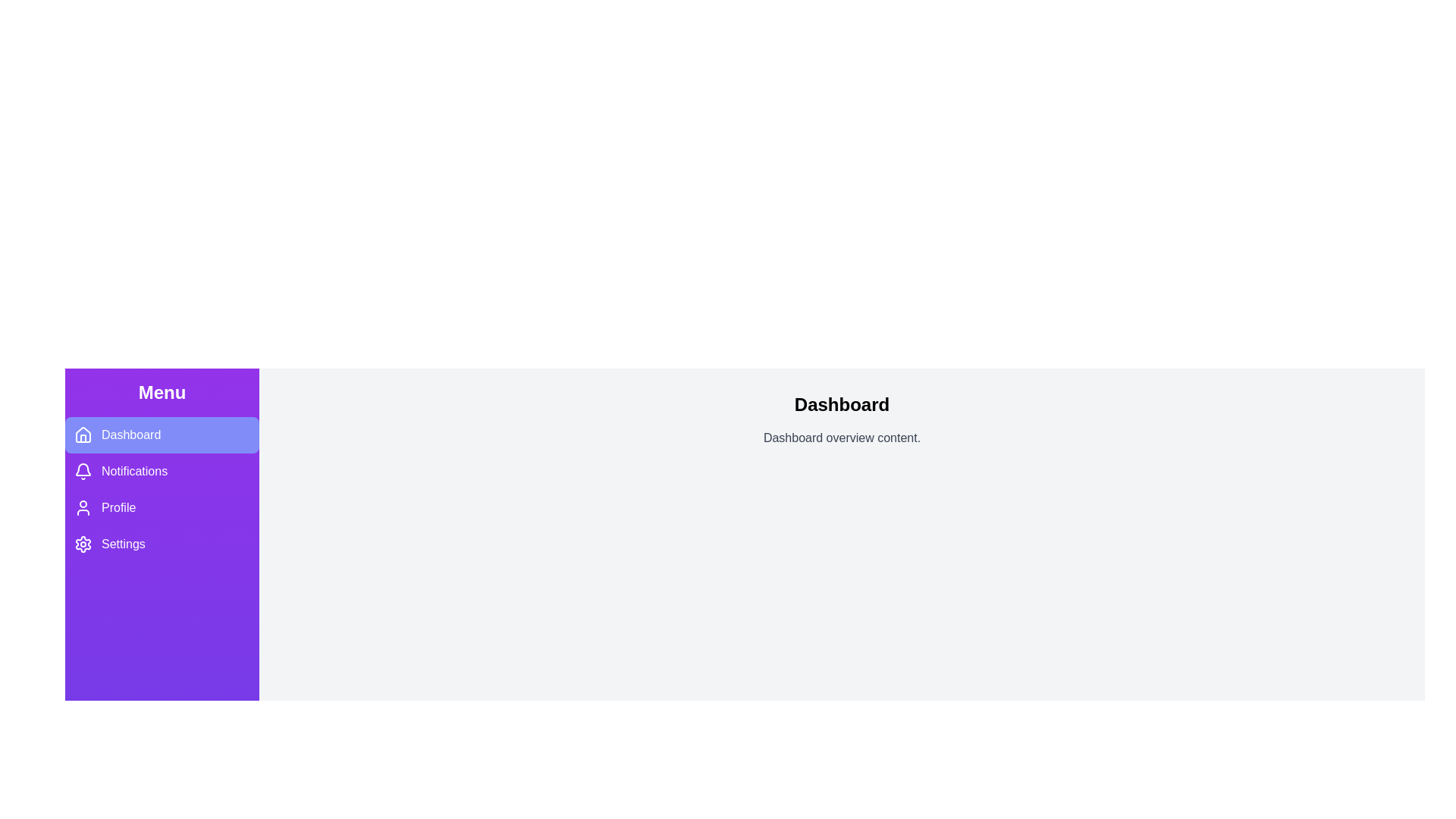 This screenshot has height=819, width=1456. I want to click on the small, house-shaped icon located to the left of the 'Dashboard' text label within the highlighted 'Dashboard' menu entry, so click(83, 435).